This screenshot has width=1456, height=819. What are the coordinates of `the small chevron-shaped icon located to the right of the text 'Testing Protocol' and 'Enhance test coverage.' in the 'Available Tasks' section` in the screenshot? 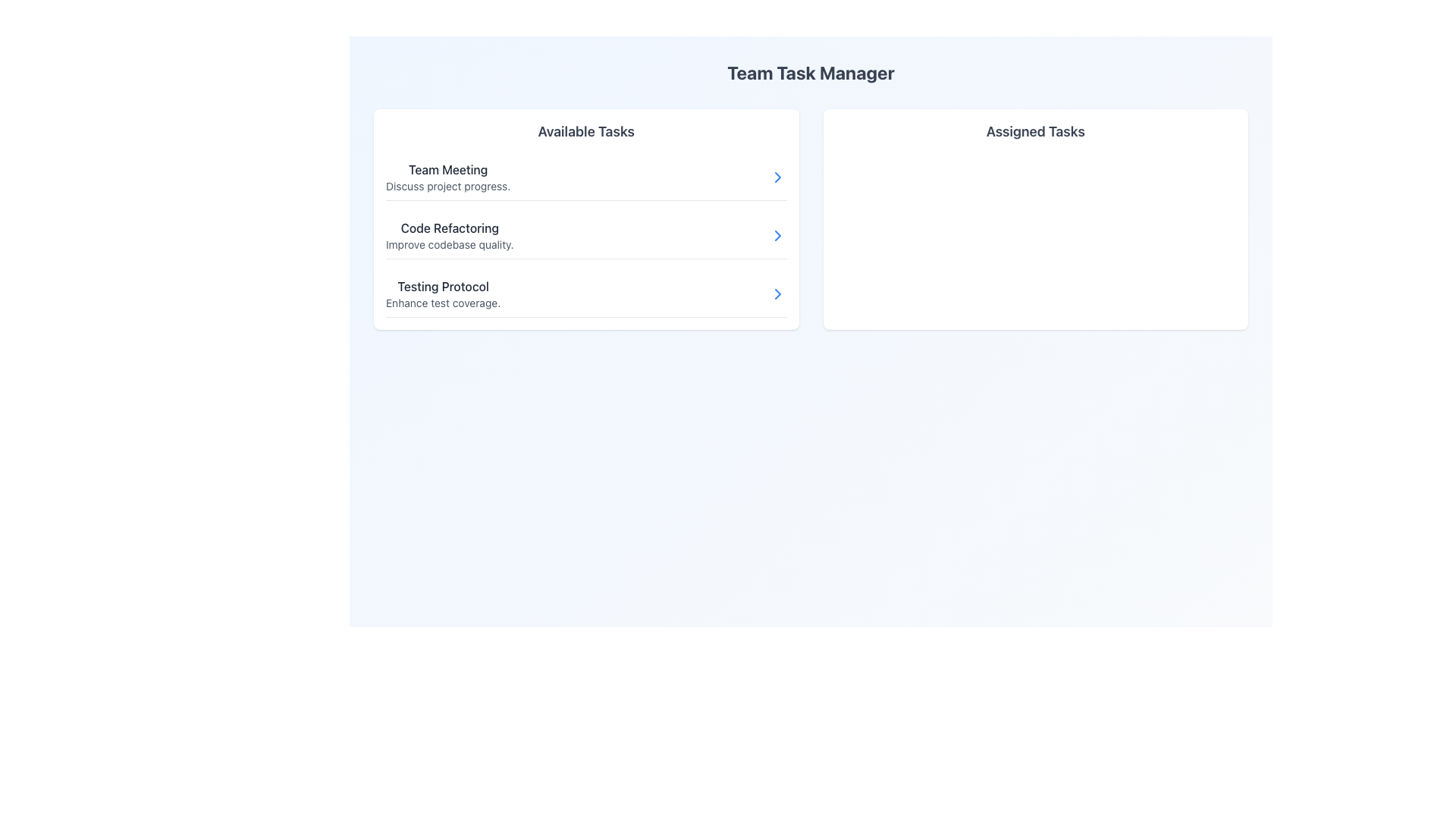 It's located at (777, 294).